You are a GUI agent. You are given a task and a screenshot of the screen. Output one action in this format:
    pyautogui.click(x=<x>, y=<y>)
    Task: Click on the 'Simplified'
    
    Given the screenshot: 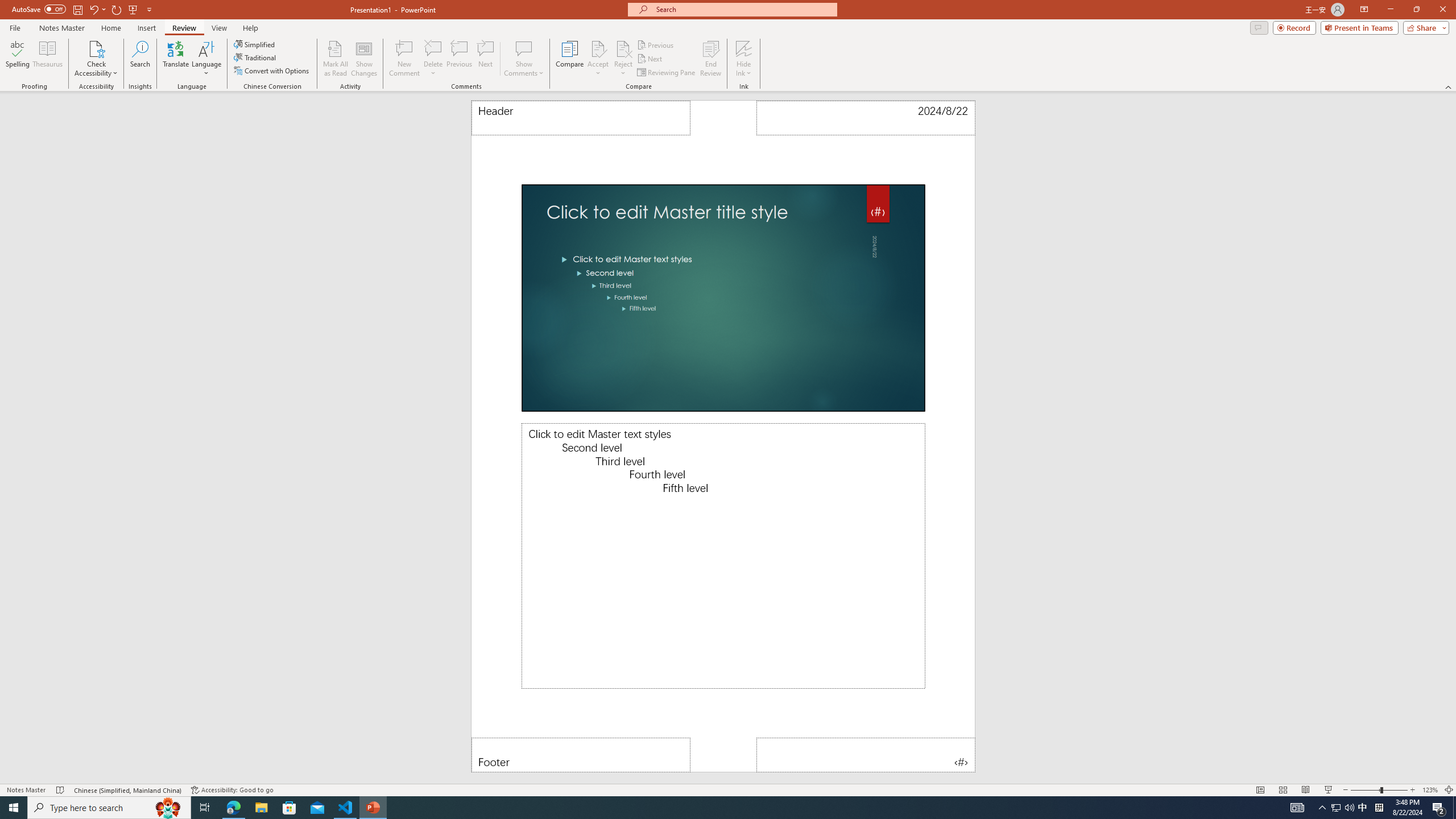 What is the action you would take?
    pyautogui.click(x=255, y=44)
    